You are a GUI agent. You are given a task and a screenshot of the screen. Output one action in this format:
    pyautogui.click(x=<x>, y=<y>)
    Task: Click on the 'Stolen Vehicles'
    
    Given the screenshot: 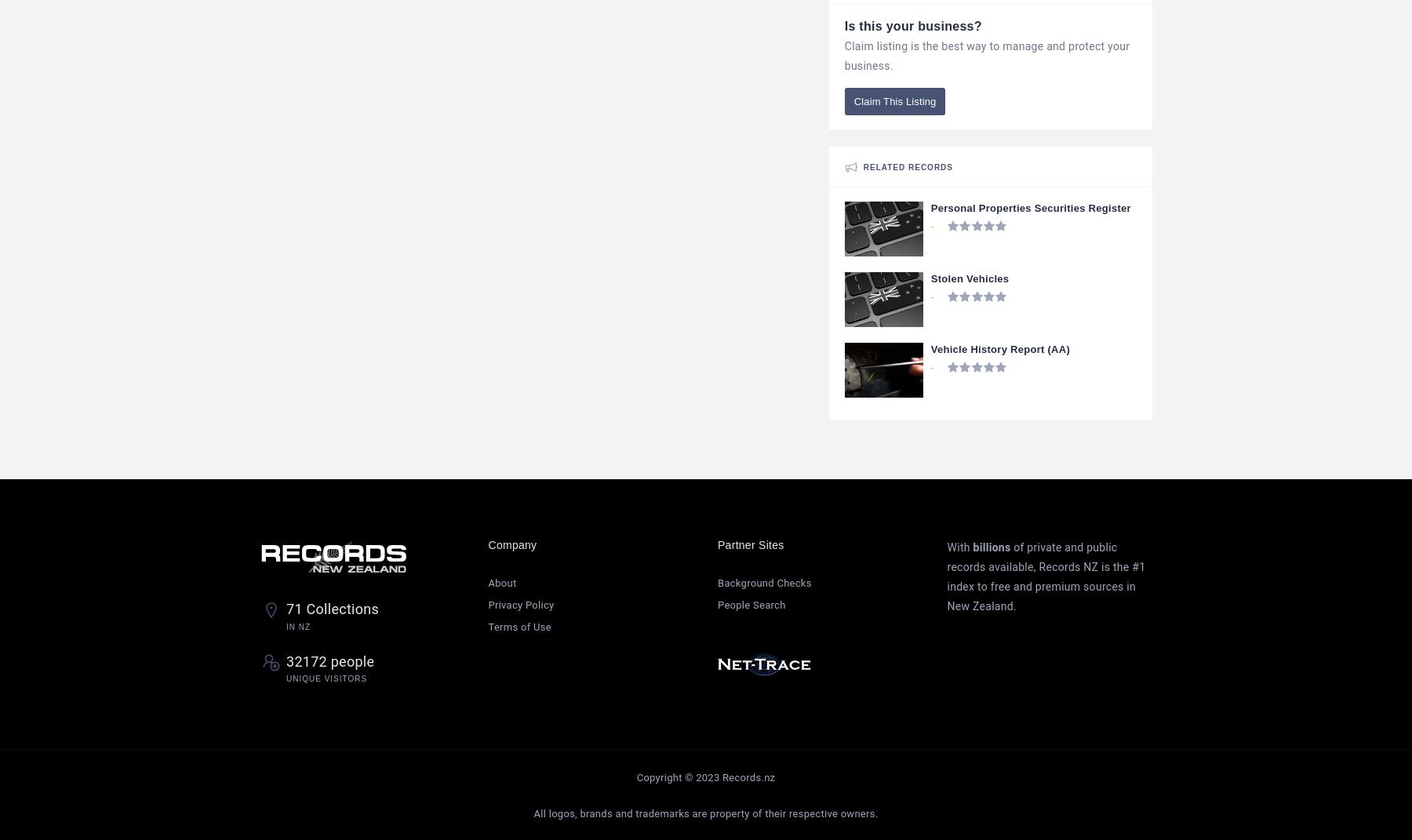 What is the action you would take?
    pyautogui.click(x=969, y=278)
    